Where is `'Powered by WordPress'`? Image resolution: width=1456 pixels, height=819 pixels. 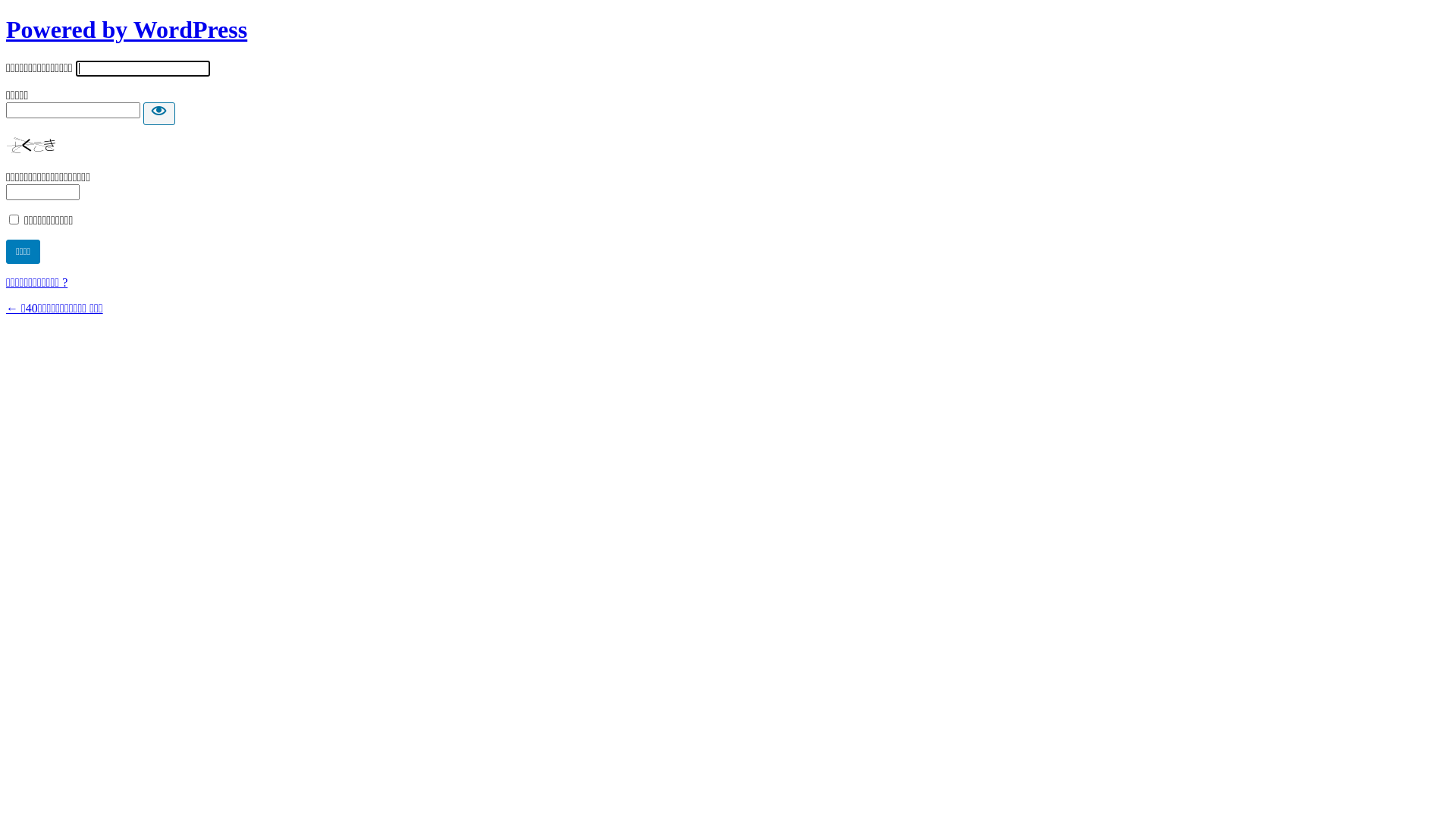 'Powered by WordPress' is located at coordinates (127, 29).